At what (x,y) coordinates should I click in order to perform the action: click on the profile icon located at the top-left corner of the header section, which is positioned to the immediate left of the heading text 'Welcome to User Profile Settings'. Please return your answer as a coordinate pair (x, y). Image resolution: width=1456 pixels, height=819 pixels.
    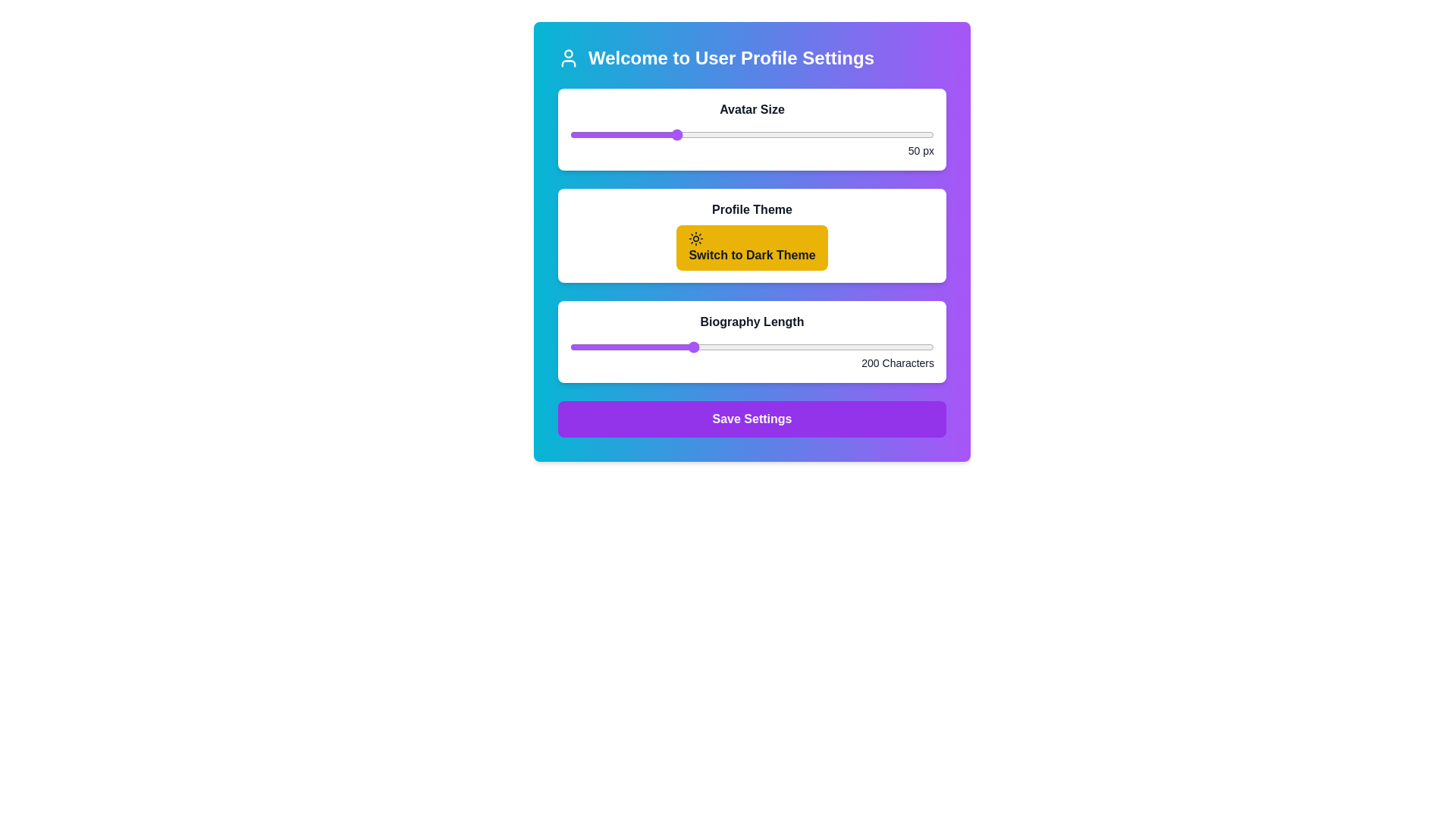
    Looking at the image, I should click on (567, 58).